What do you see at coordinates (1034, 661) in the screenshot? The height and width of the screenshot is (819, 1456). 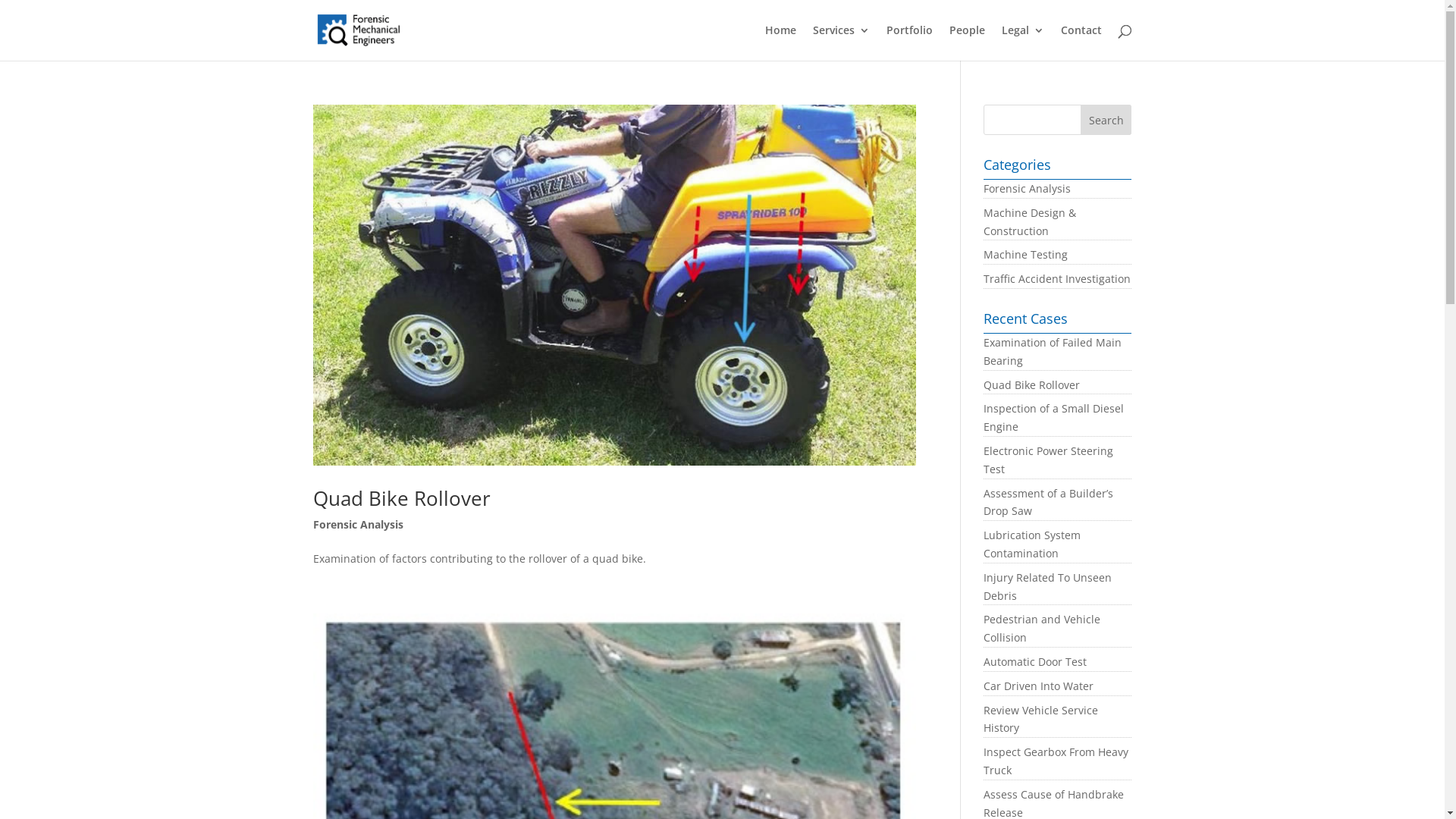 I see `'Automatic Door Test'` at bounding box center [1034, 661].